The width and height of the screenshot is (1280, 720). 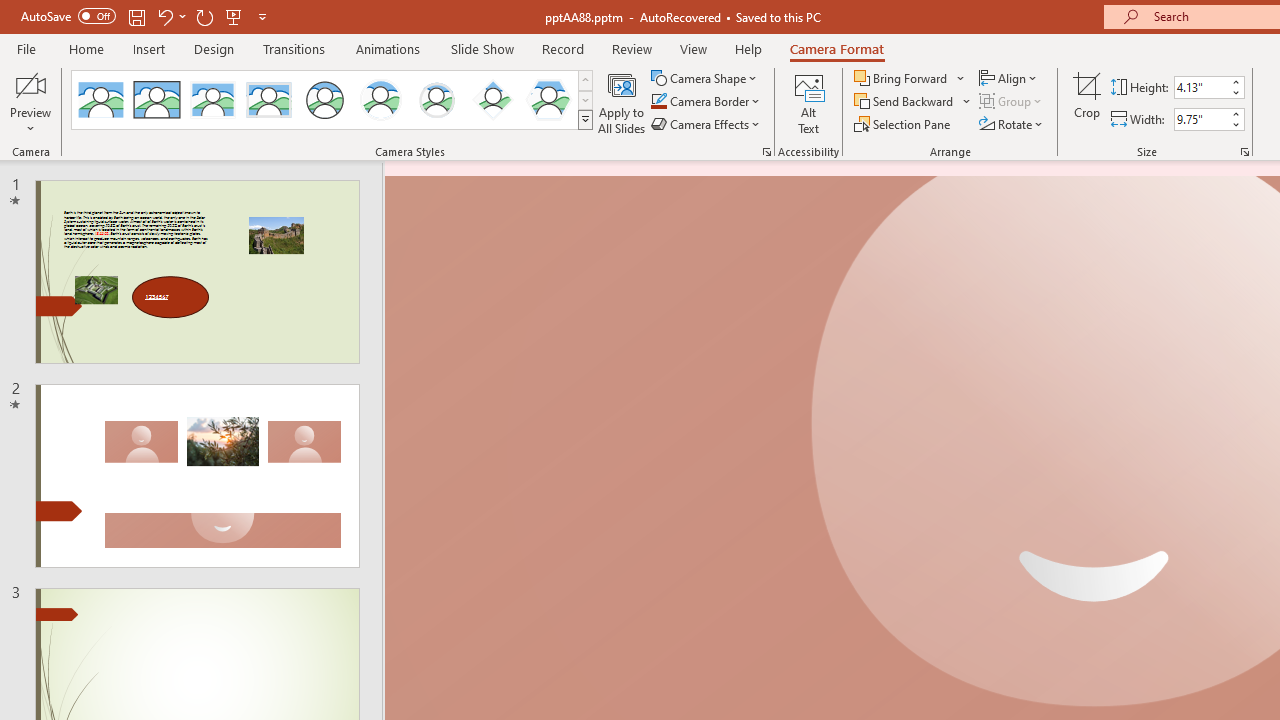 What do you see at coordinates (1243, 150) in the screenshot?
I see `'Size and Position...'` at bounding box center [1243, 150].